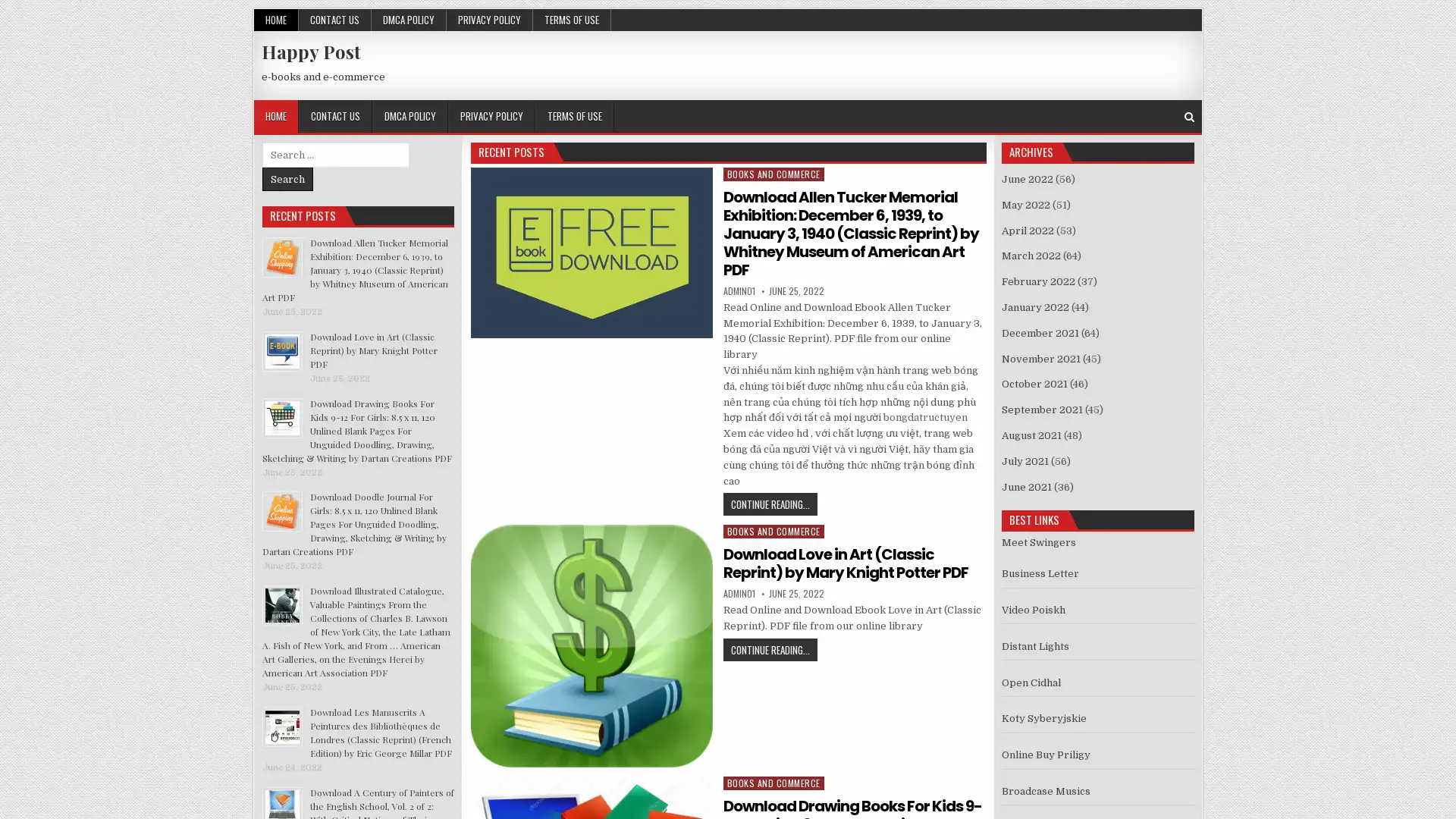 The height and width of the screenshot is (819, 1456). What do you see at coordinates (287, 178) in the screenshot?
I see `Search` at bounding box center [287, 178].